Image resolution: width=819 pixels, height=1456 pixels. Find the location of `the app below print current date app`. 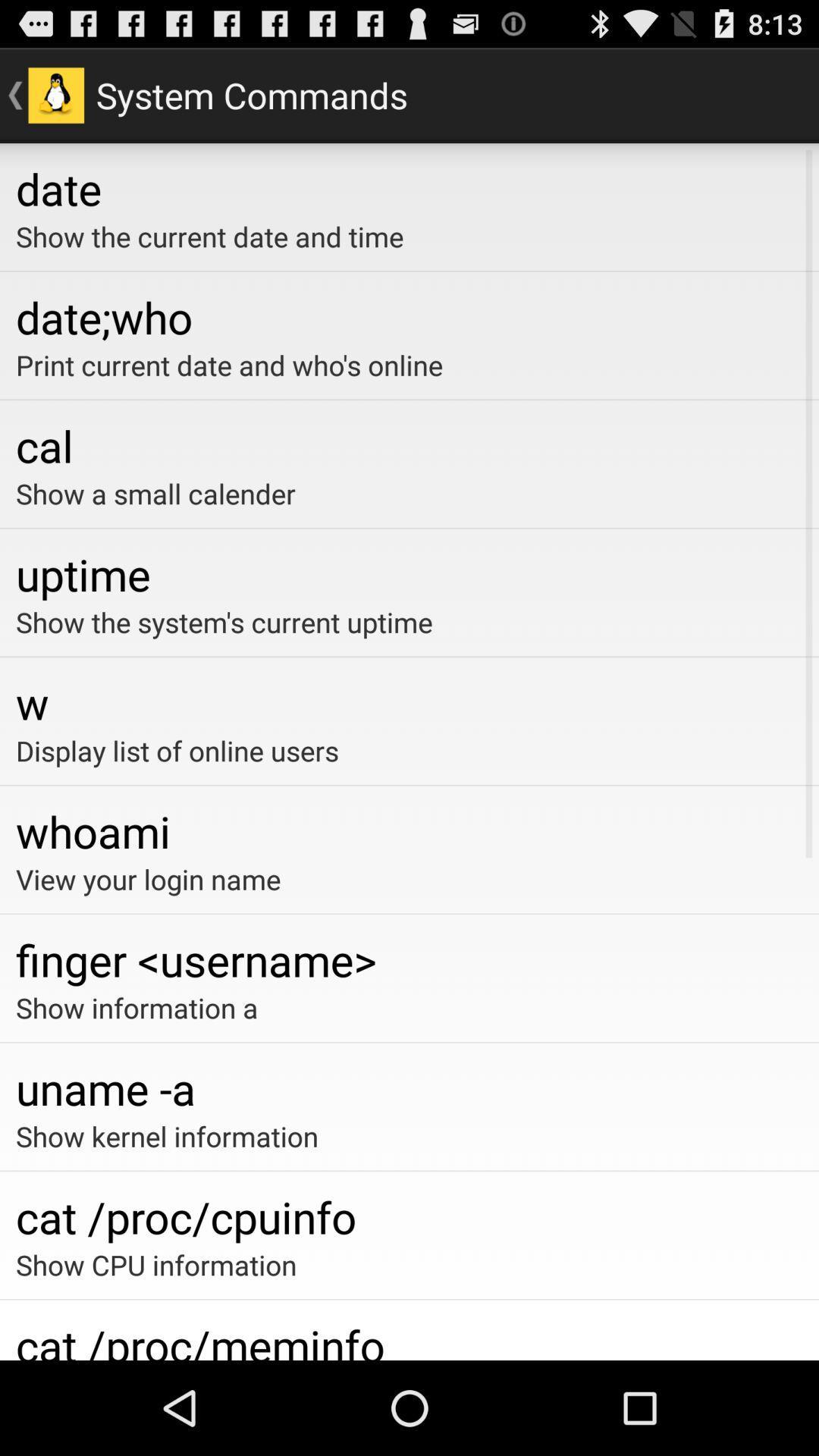

the app below print current date app is located at coordinates (409, 444).